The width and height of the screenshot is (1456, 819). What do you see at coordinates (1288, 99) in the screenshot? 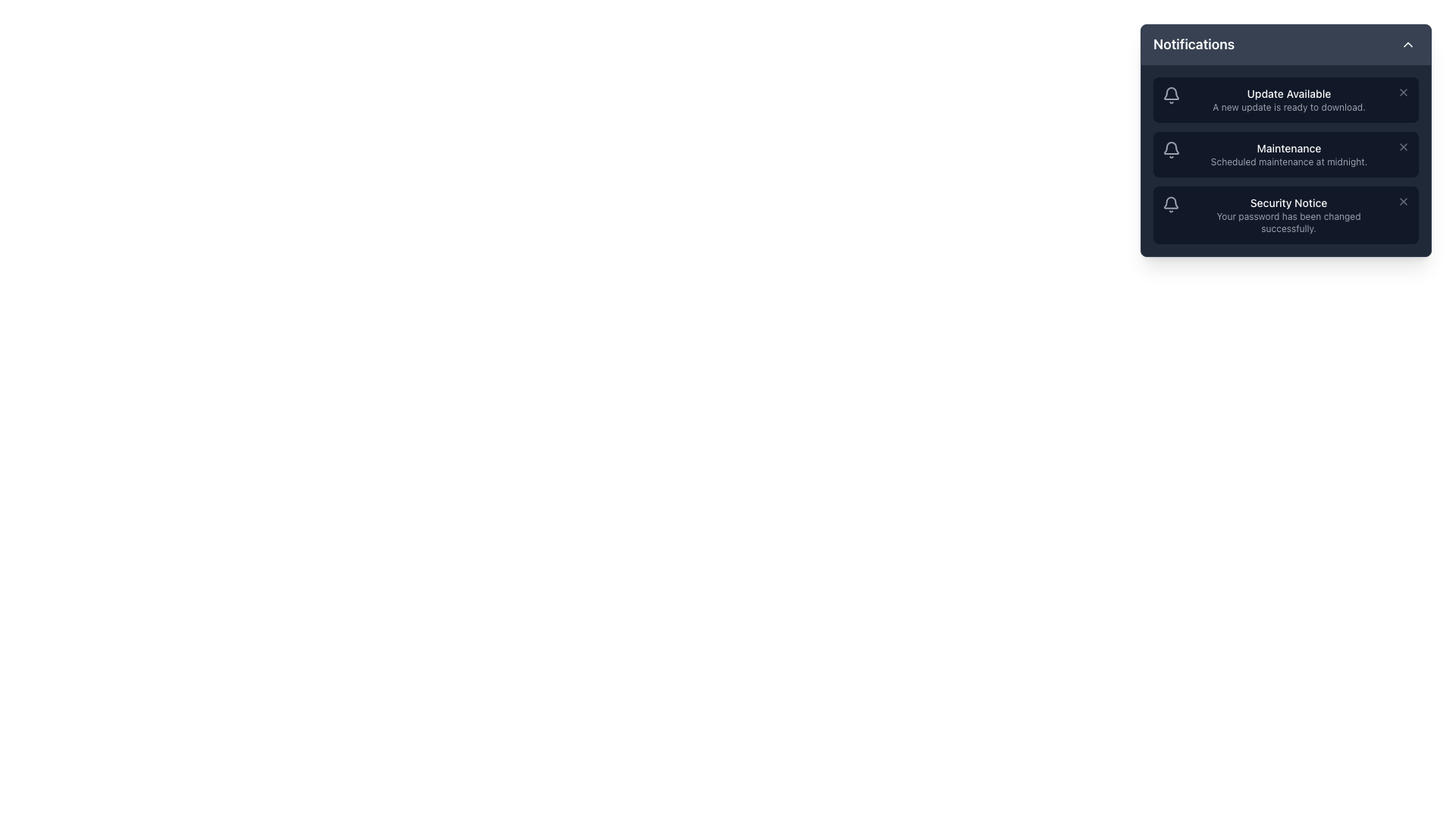
I see `information displayed in the text block within the first notification card under the header 'Notifications', located to the right of the bell icon` at bounding box center [1288, 99].